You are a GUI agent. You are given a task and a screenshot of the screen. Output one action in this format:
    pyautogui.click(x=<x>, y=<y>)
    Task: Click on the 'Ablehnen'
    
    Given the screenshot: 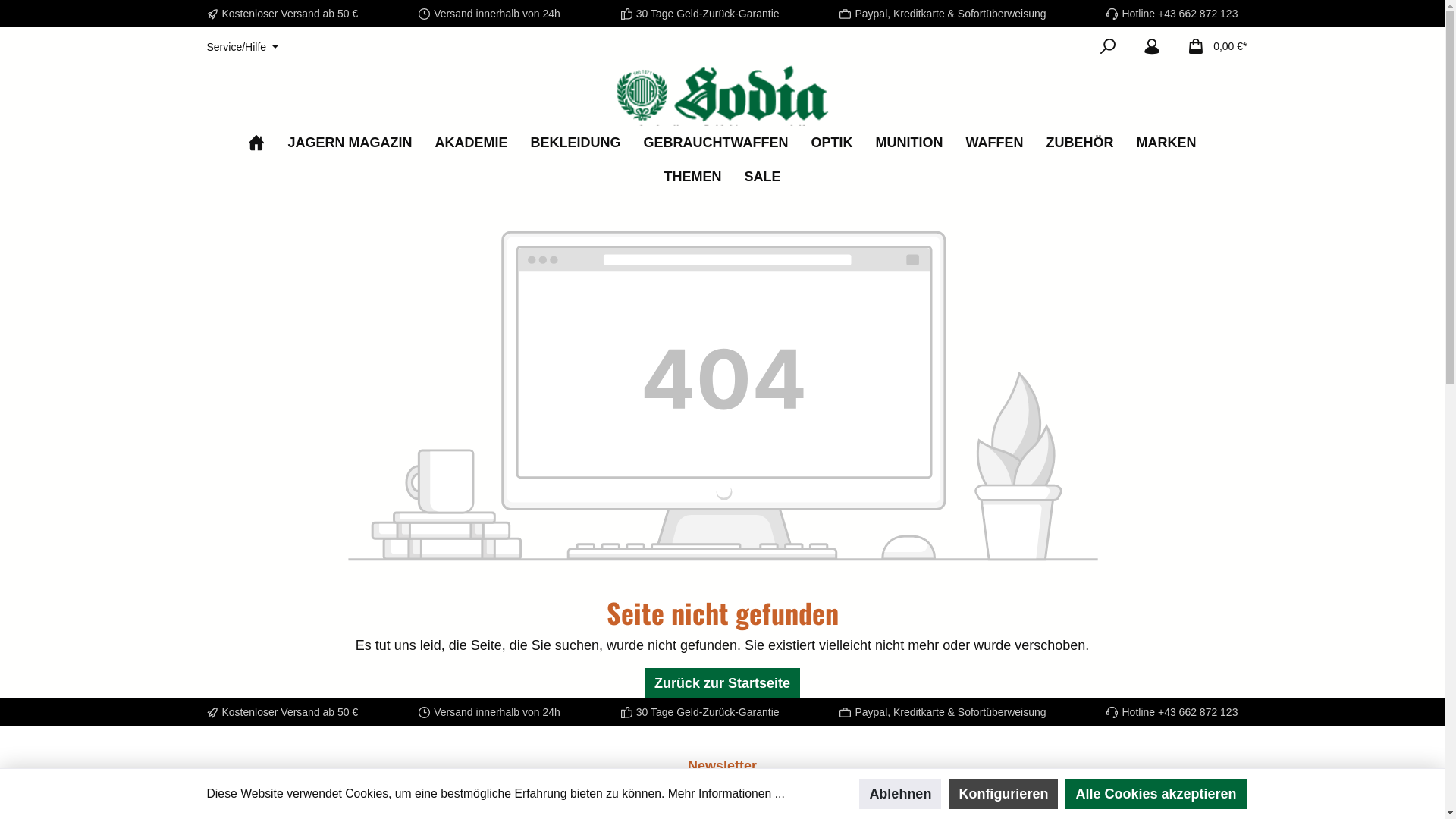 What is the action you would take?
    pyautogui.click(x=899, y=792)
    